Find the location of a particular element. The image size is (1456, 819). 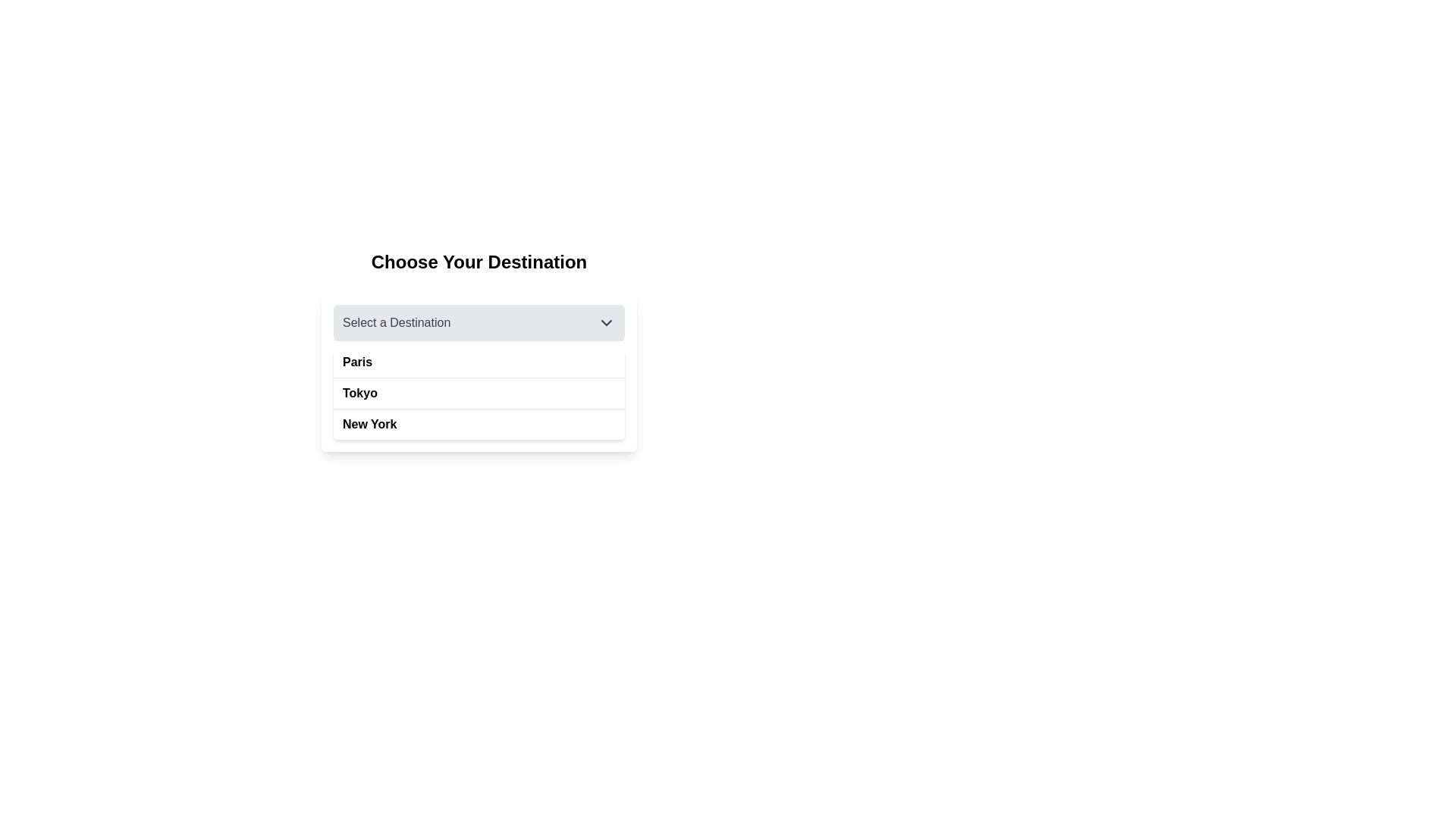

the first option in the dropdown menu labeled 'Paris' is located at coordinates (479, 372).